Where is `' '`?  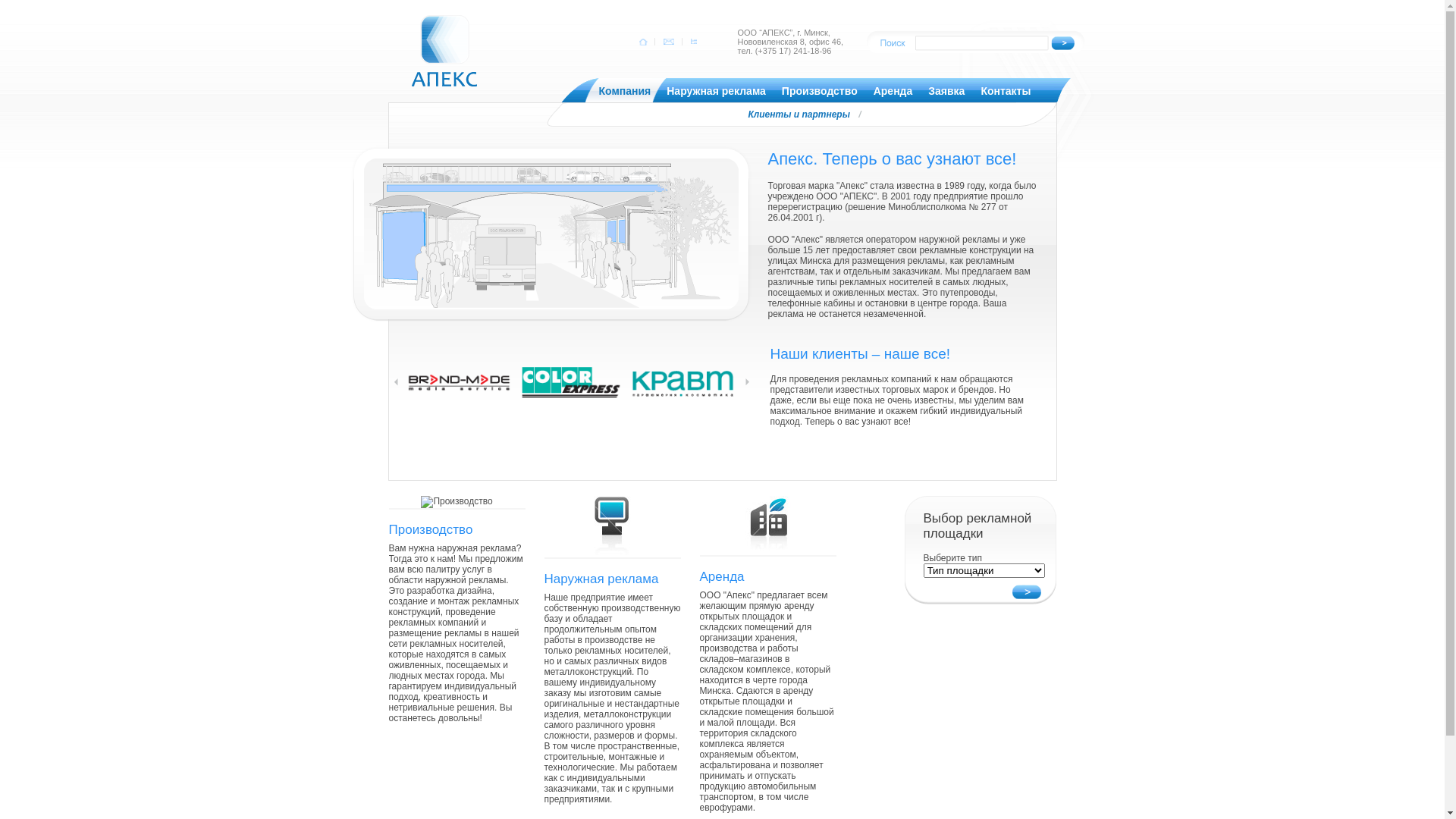
' ' is located at coordinates (691, 40).